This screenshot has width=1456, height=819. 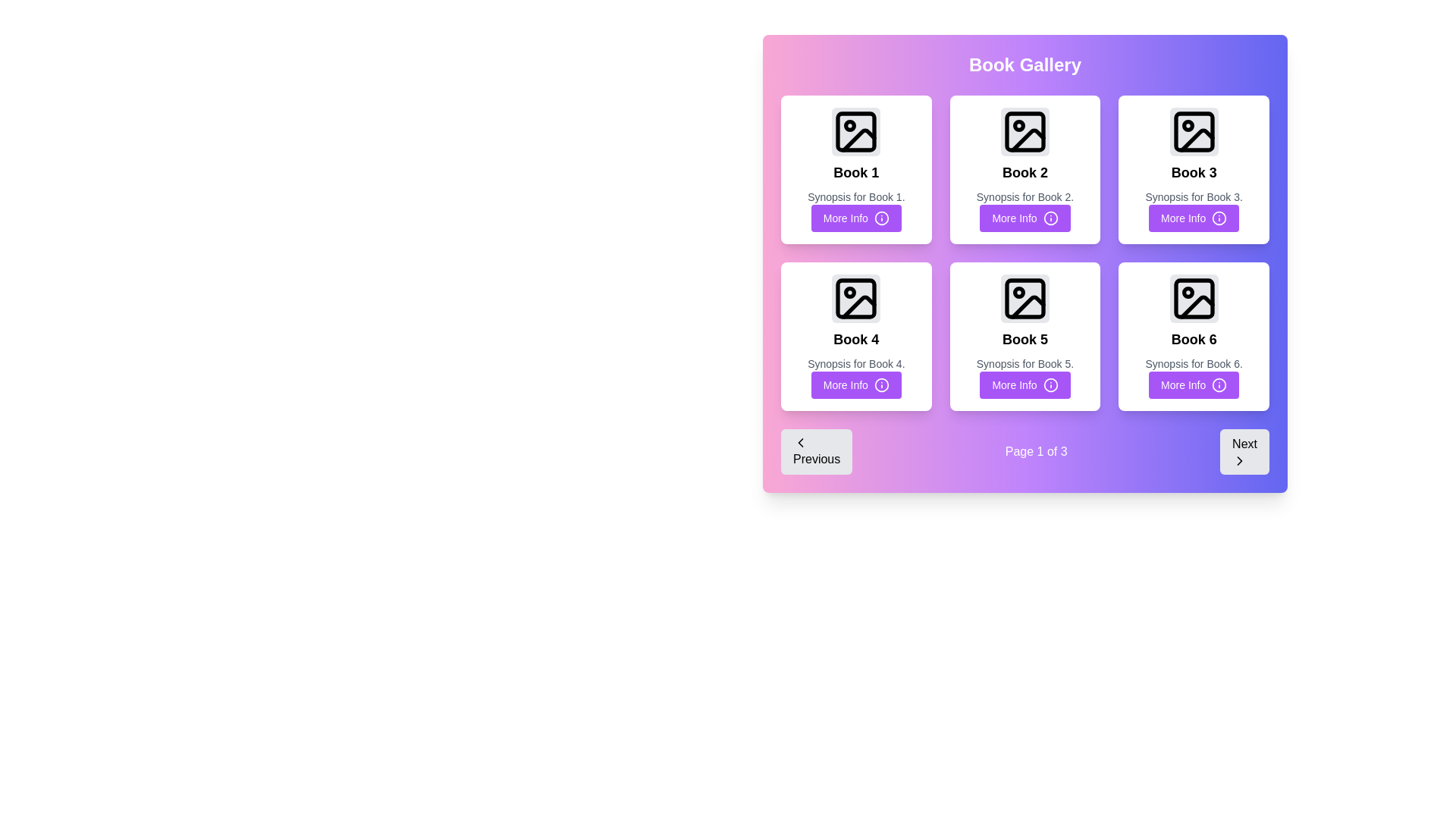 What do you see at coordinates (1025, 384) in the screenshot?
I see `the button located at the bottom middle of the grid, which provides access` at bounding box center [1025, 384].